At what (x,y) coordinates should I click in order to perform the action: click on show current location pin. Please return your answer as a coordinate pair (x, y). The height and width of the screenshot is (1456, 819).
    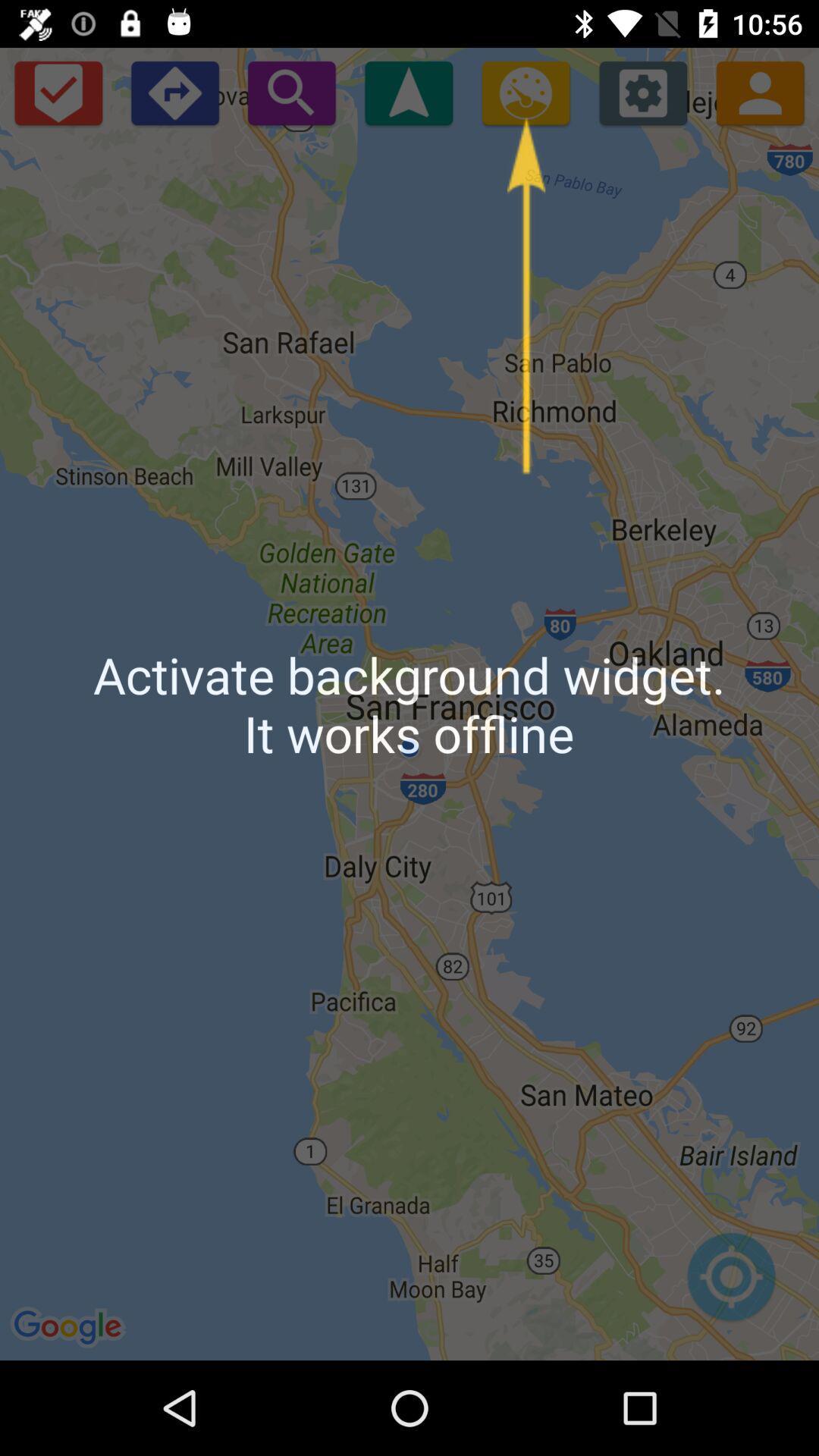
    Looking at the image, I should click on (408, 92).